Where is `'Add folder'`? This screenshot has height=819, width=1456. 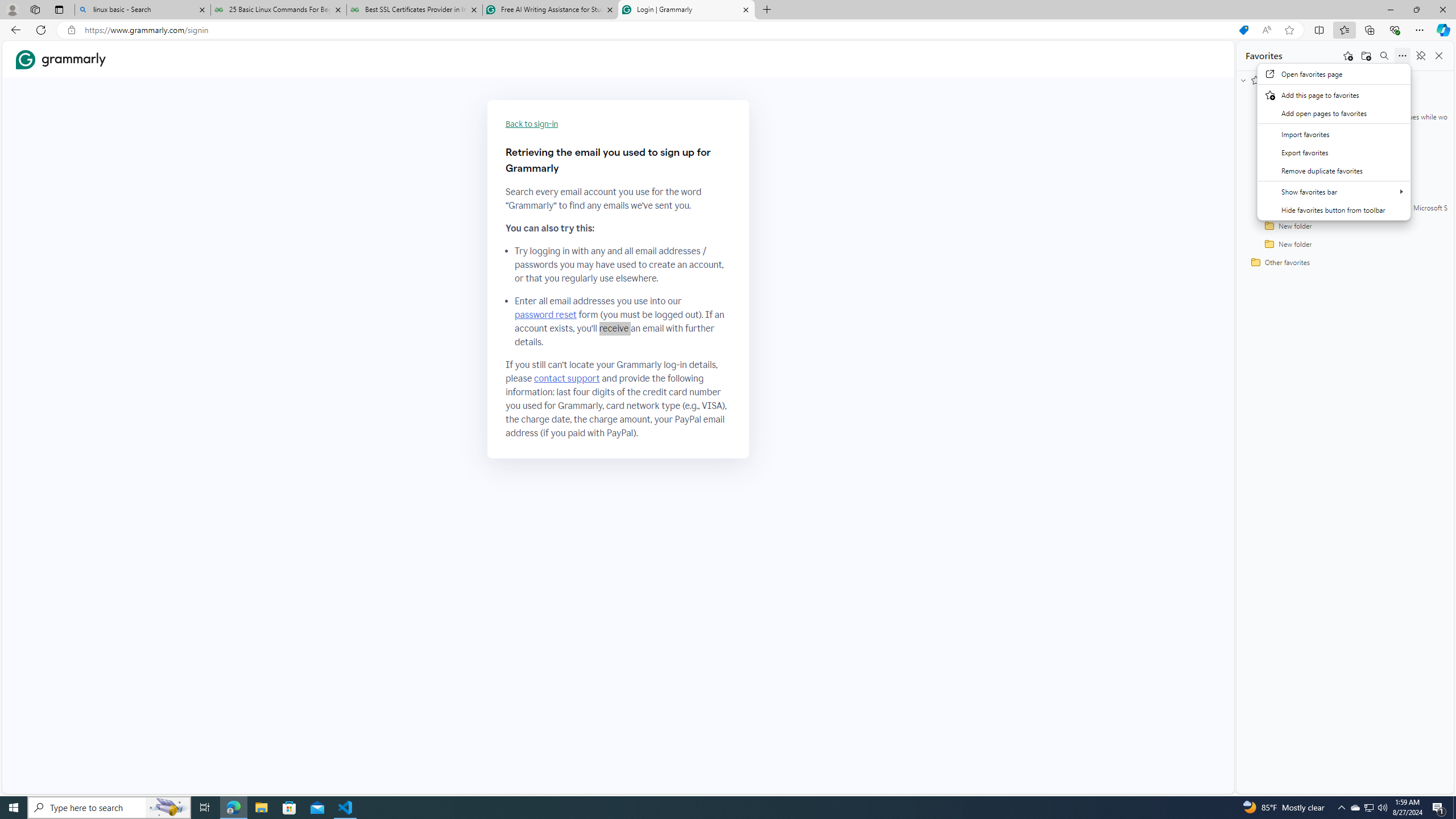
'Add folder' is located at coordinates (1366, 55).